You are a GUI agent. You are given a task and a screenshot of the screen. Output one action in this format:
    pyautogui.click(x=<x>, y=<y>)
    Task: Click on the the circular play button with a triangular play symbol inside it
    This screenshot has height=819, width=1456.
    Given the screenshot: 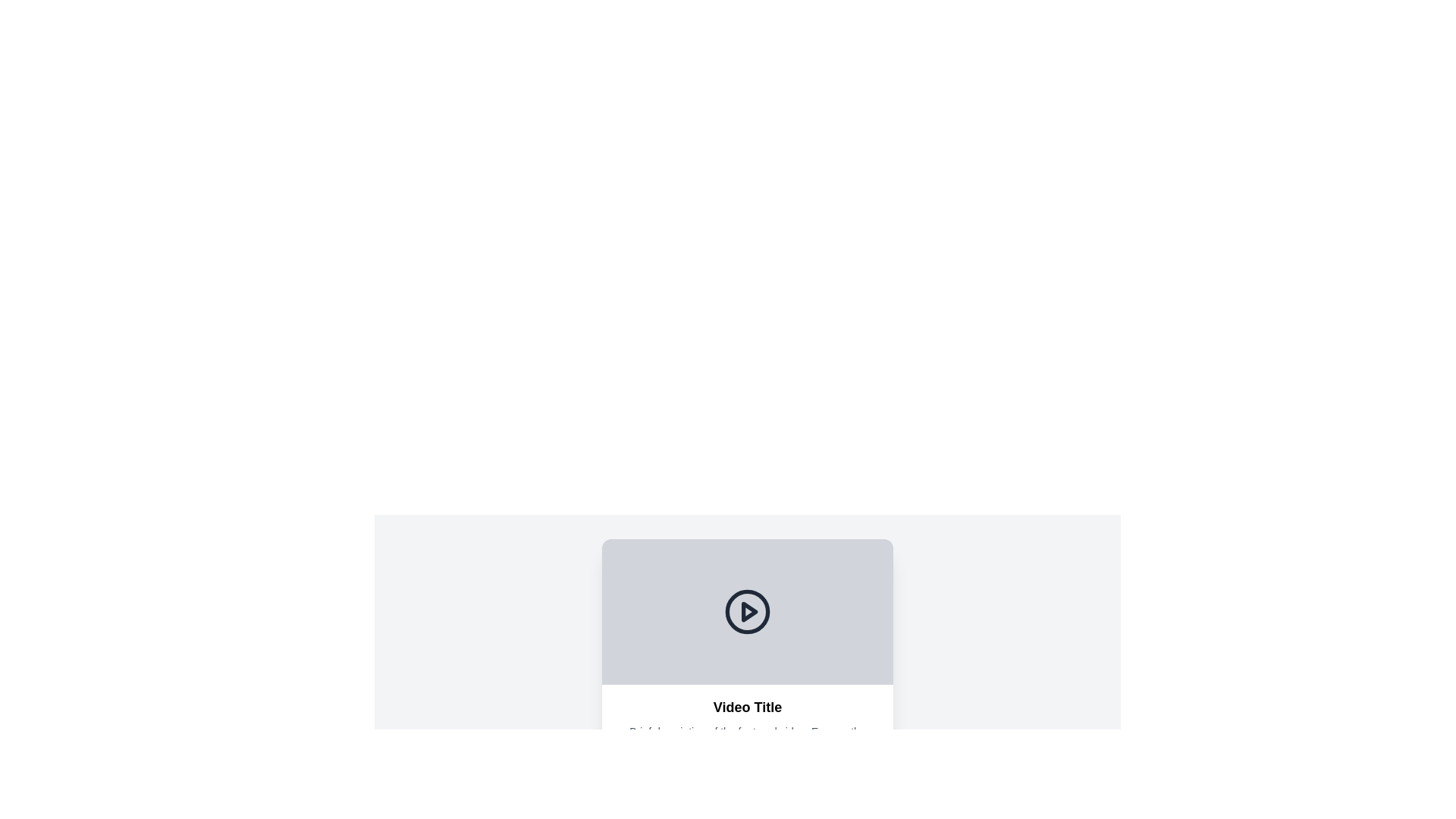 What is the action you would take?
    pyautogui.click(x=747, y=610)
    